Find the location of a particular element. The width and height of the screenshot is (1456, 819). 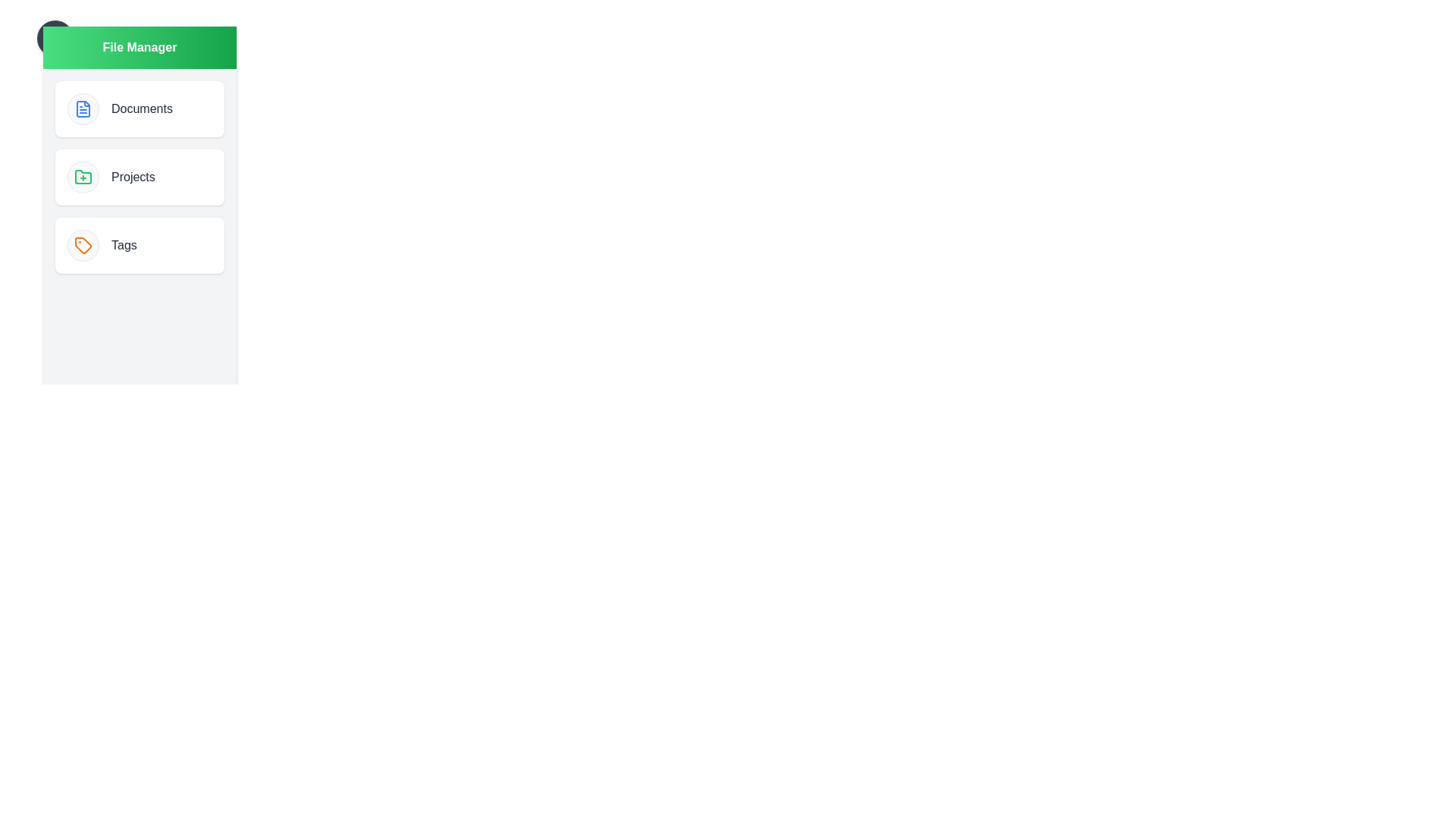

the toggle button at the top-left corner of the screen to toggle the visibility of the drawer is located at coordinates (55, 37).